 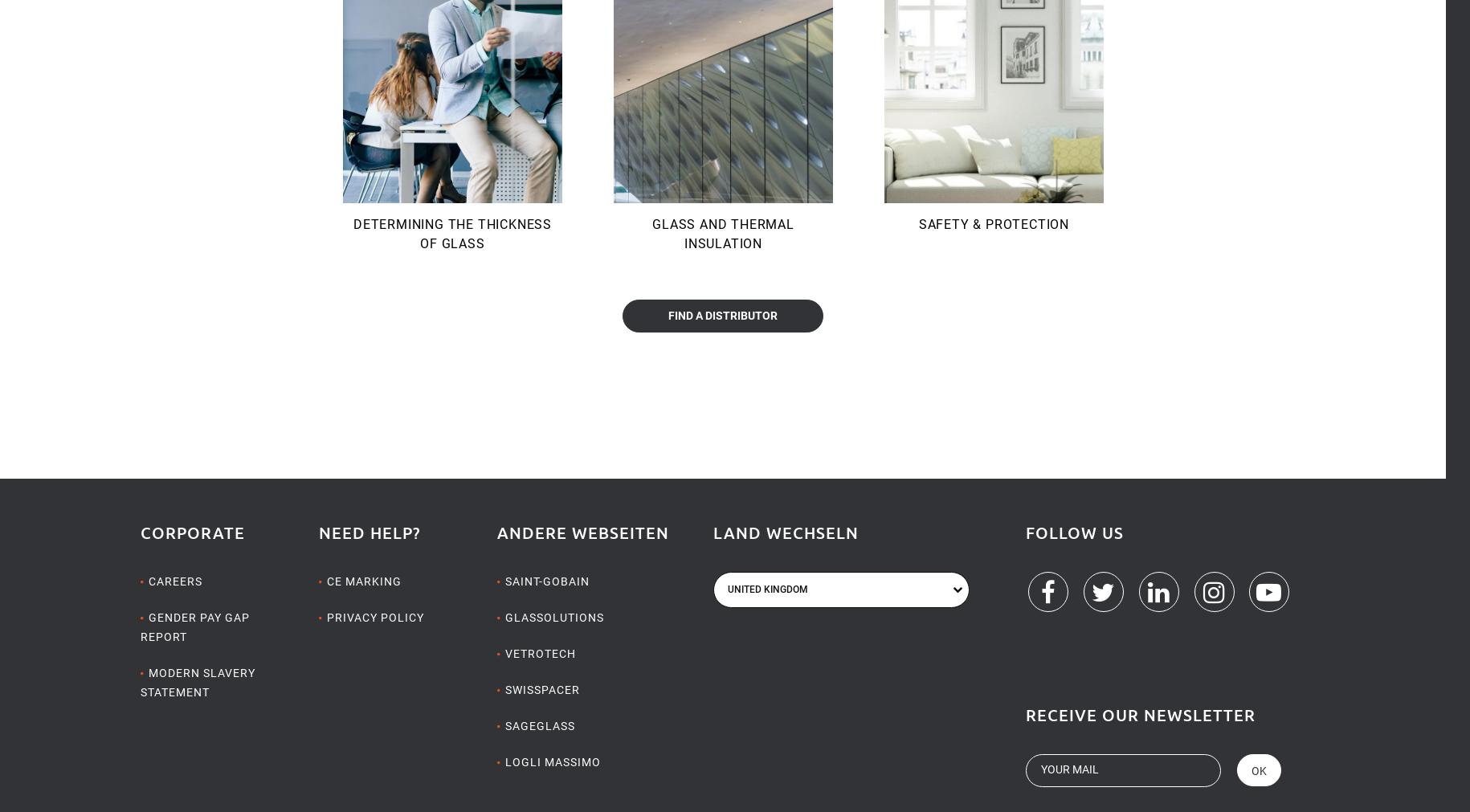 What do you see at coordinates (1073, 532) in the screenshot?
I see `'Follow us'` at bounding box center [1073, 532].